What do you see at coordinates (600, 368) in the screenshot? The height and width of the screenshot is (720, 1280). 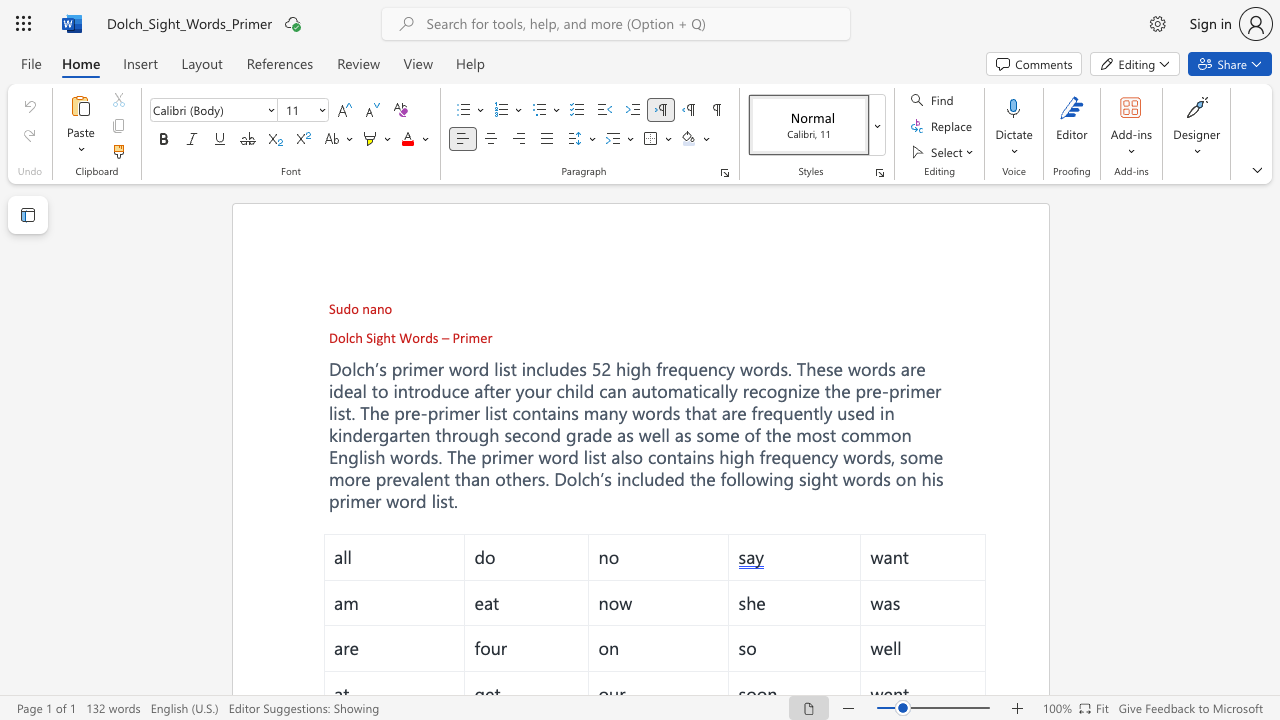 I see `the subset text "2 high frequency words. These words are ideal to introduce after your child can automatically re" within the text "Dolch’s primer word list includes 52 high frequency words. These words are ideal to introduce after your child can automatically recognize the pre-primer list. The pre-primer list"` at bounding box center [600, 368].